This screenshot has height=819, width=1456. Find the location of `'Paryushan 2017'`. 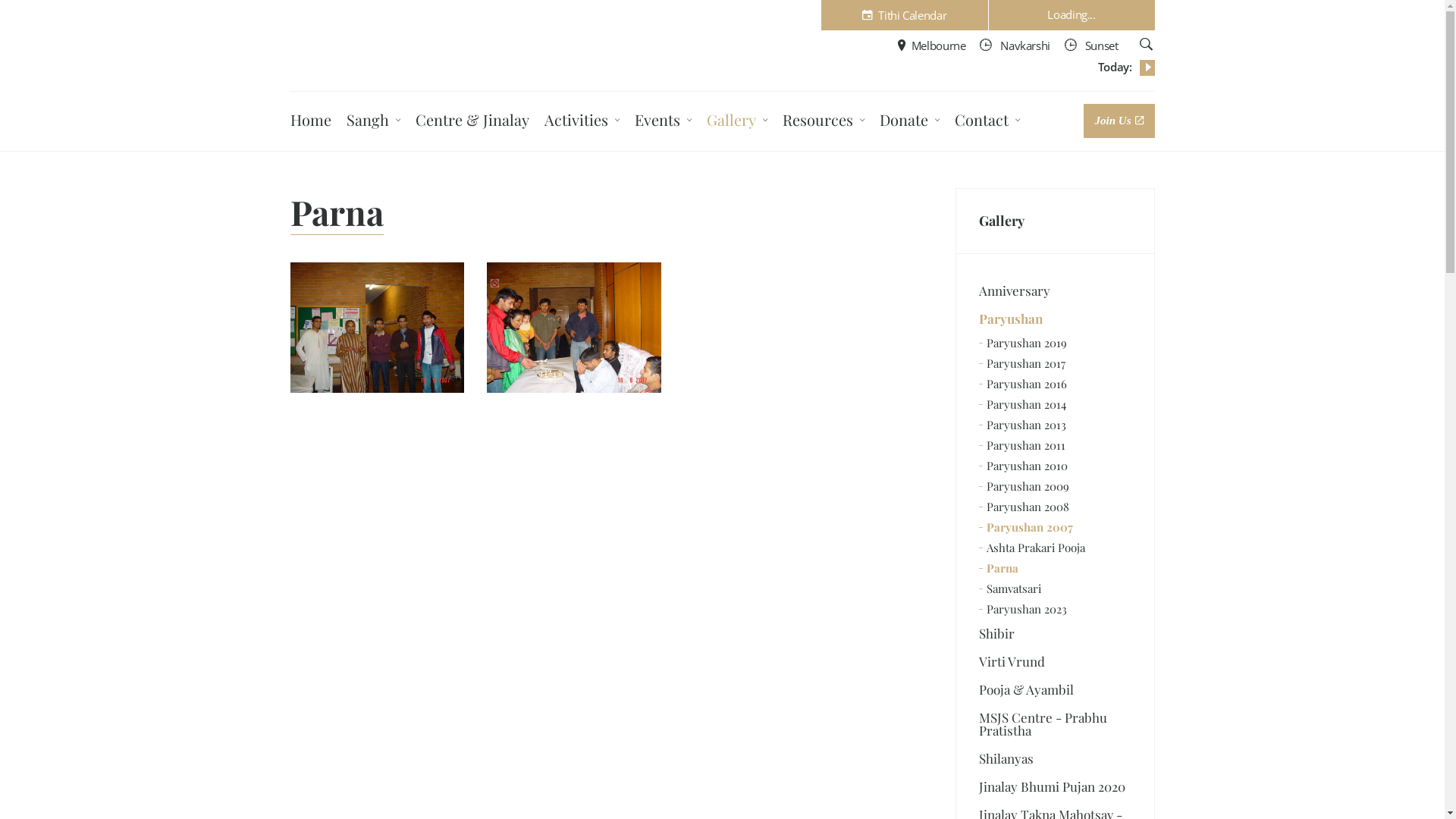

'Paryushan 2017' is located at coordinates (1054, 363).